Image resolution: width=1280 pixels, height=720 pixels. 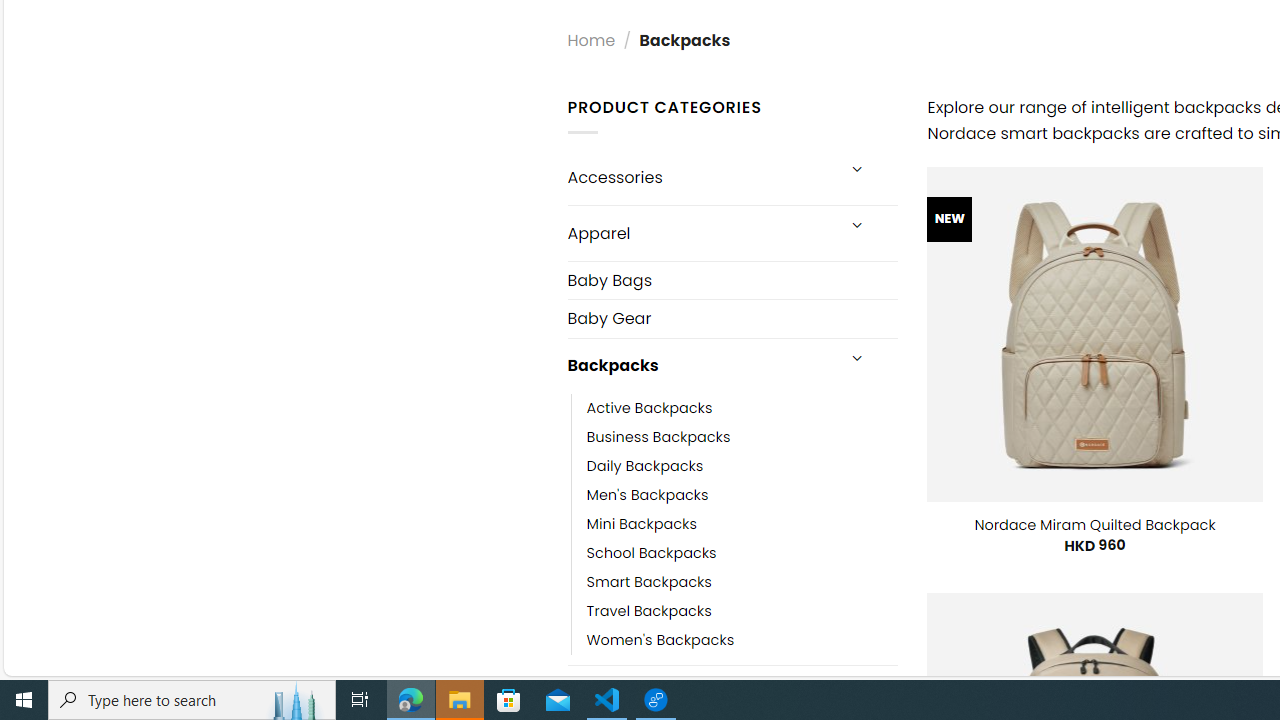 I want to click on 'Home', so click(x=590, y=39).